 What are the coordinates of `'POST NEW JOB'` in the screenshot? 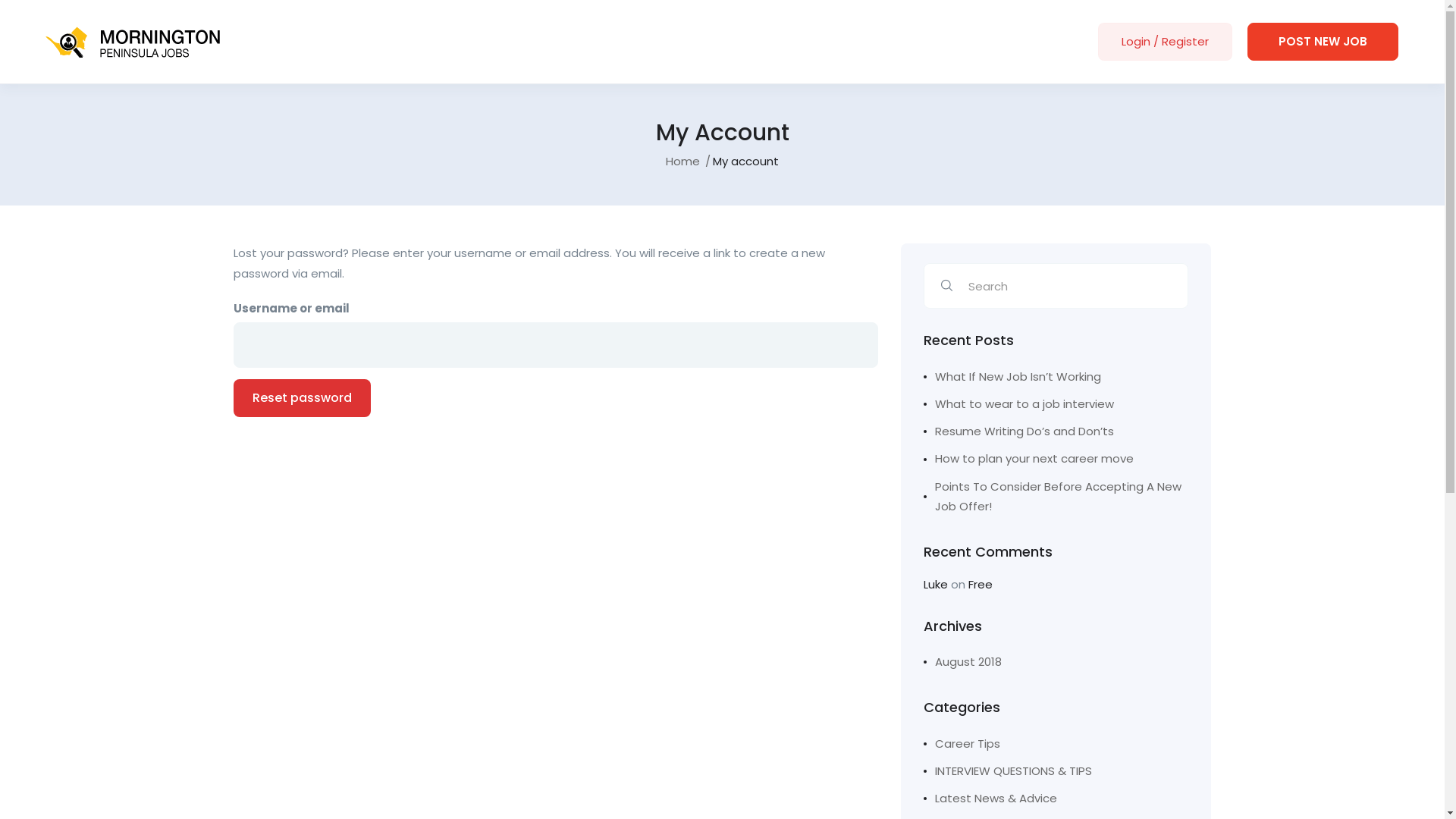 It's located at (1322, 40).